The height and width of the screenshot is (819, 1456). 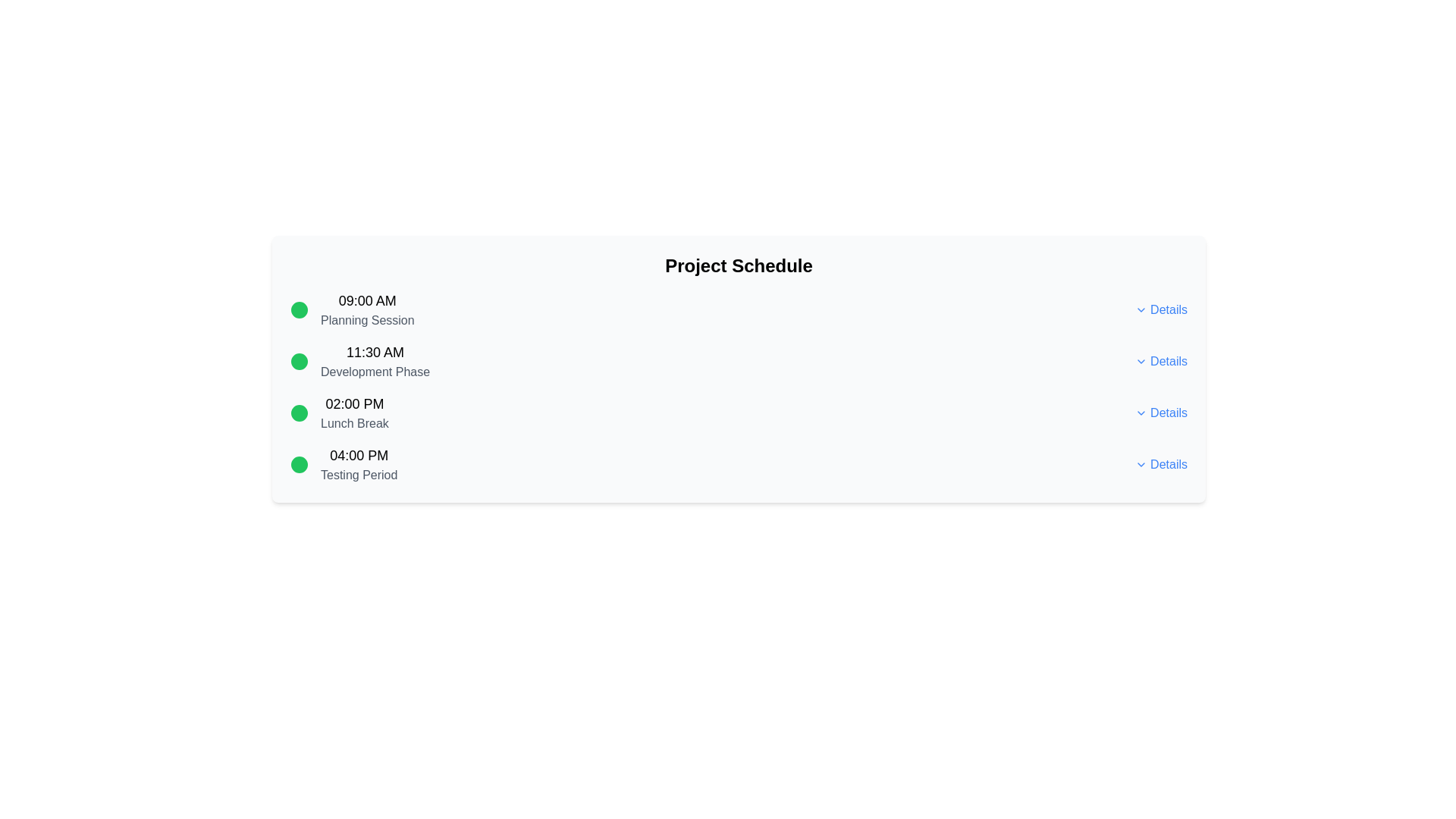 I want to click on the status icon located to the left of the text '04:00 PM Testing Period' in the schedule list to indicate its visual function, so click(x=299, y=464).